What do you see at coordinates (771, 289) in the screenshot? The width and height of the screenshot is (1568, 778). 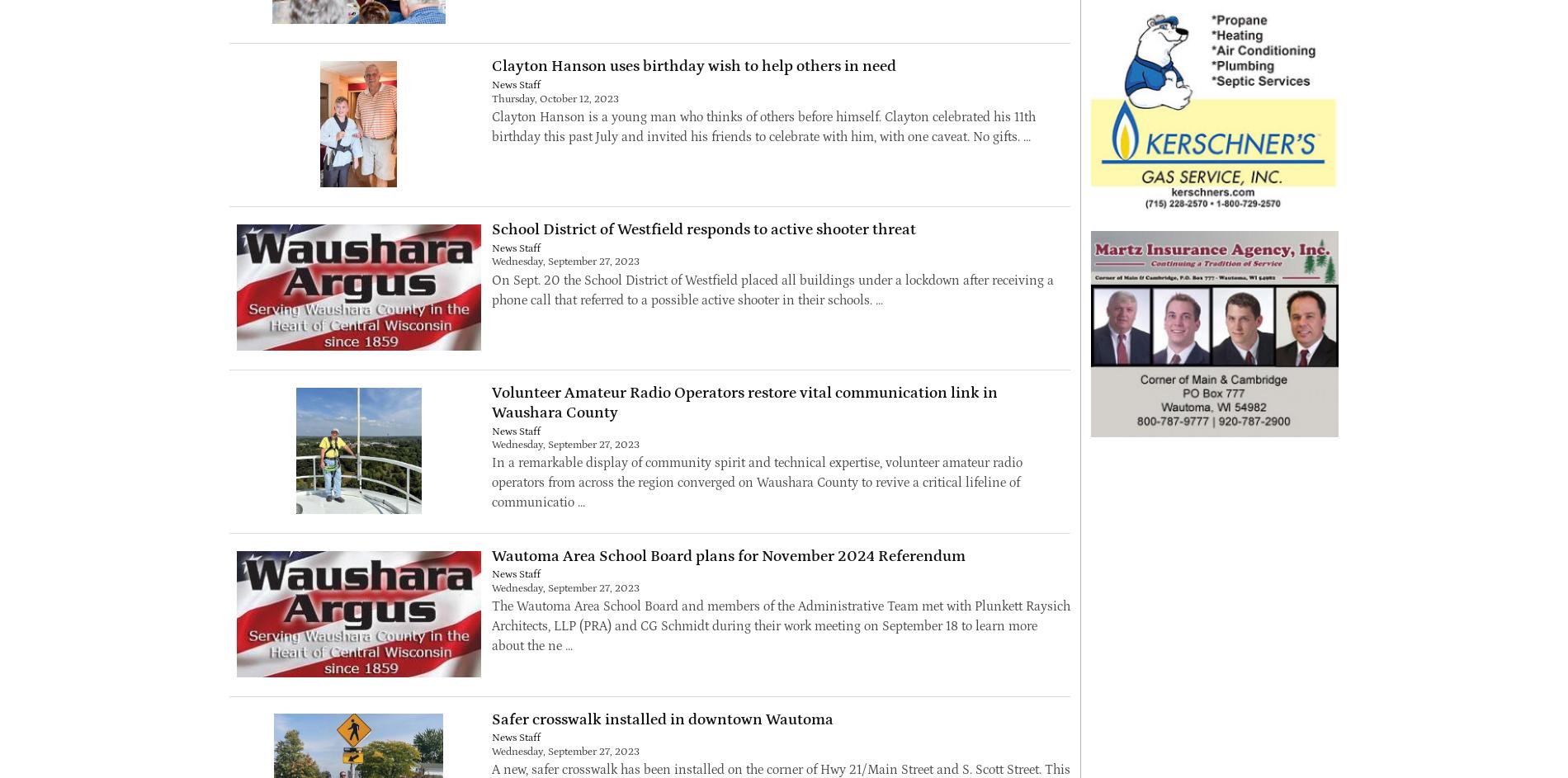 I see `'On Sept. 20 the School District of Westfield placed all buildings under a lockdown after receiving a phone call that referred to a possible active shooter in their schools.'` at bounding box center [771, 289].